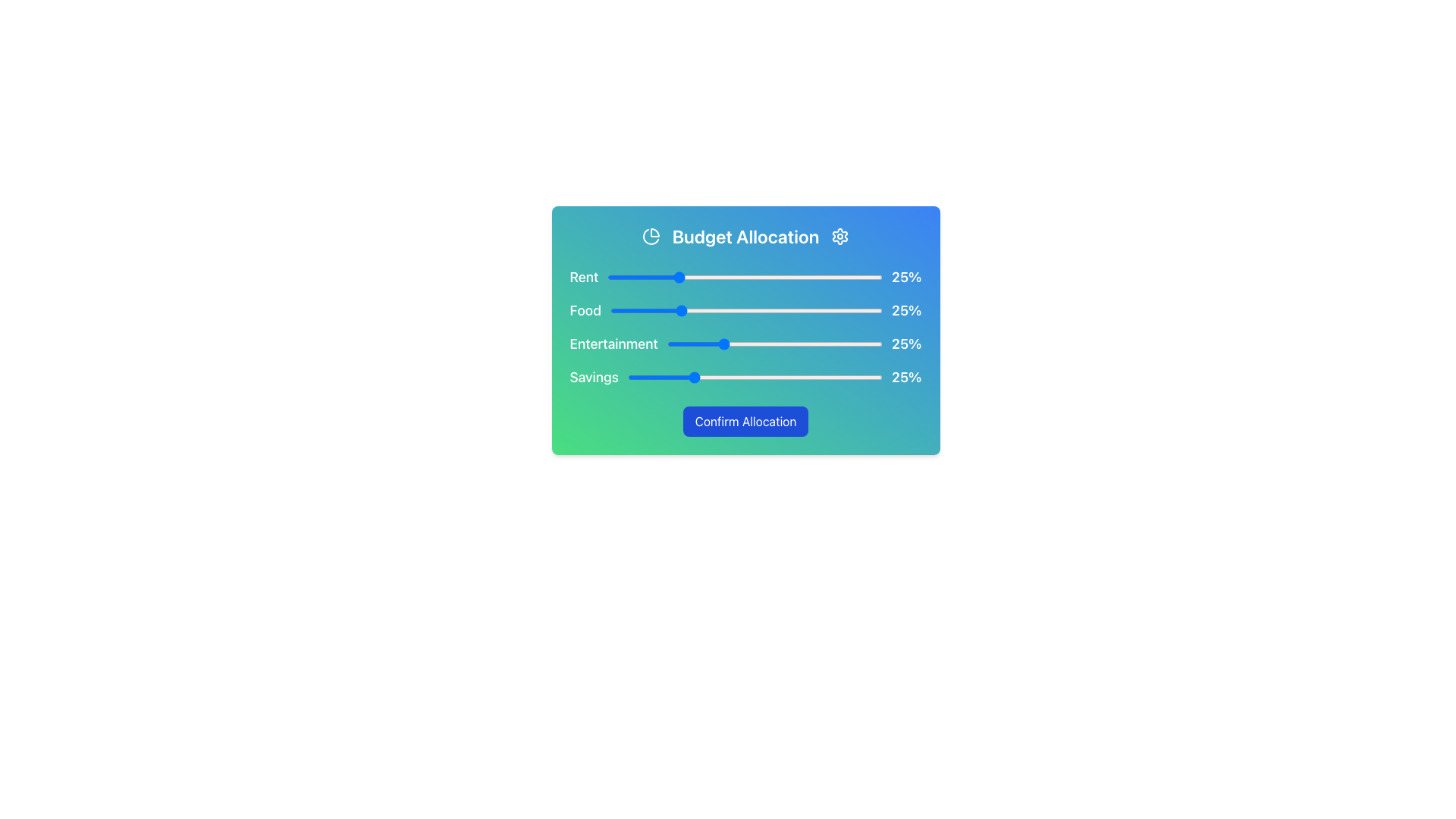  I want to click on the slider, so click(811, 309).